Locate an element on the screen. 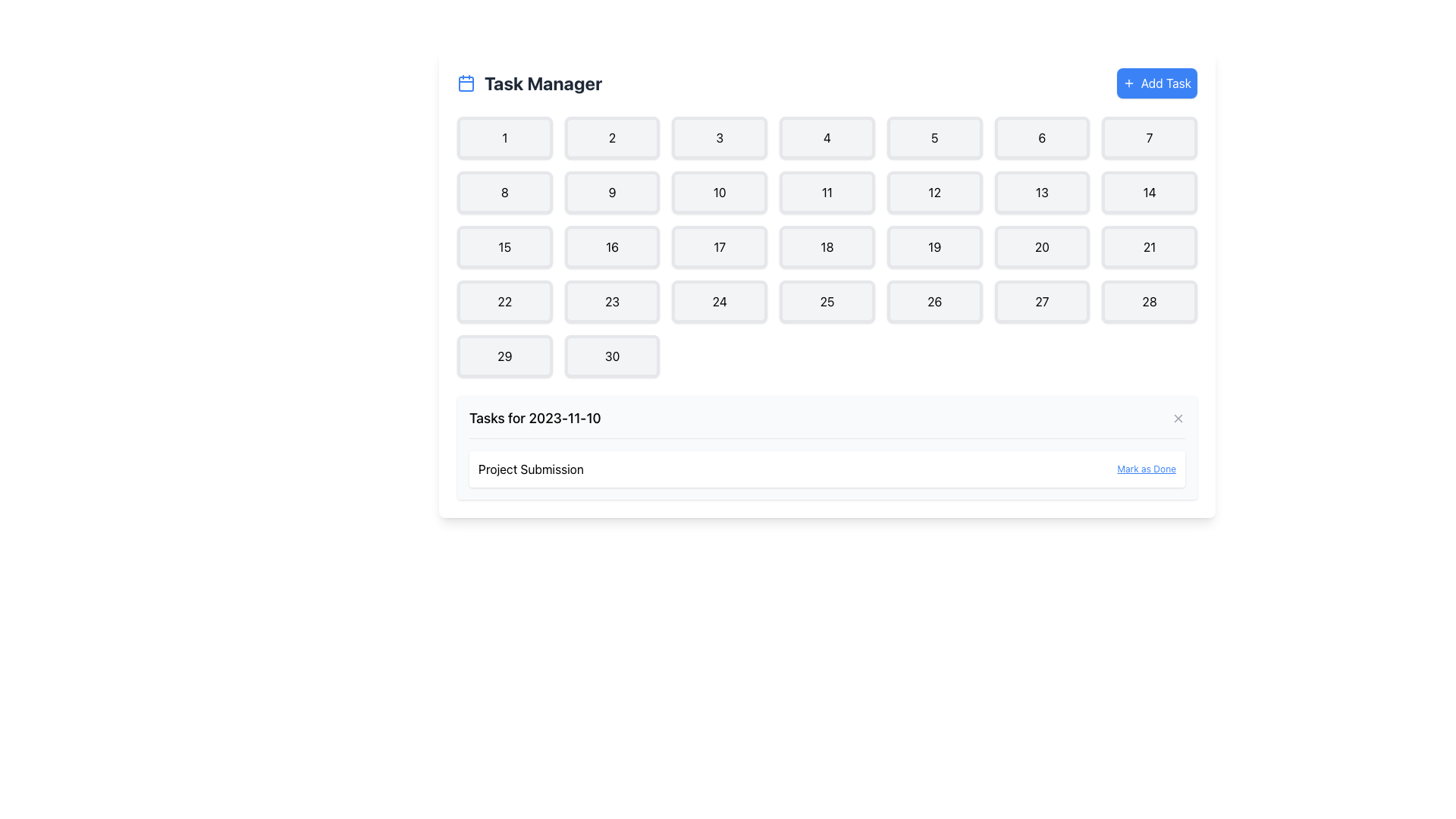  the blue rectangular button with white text labeled 'Add Task' and a '+' icon is located at coordinates (1156, 83).